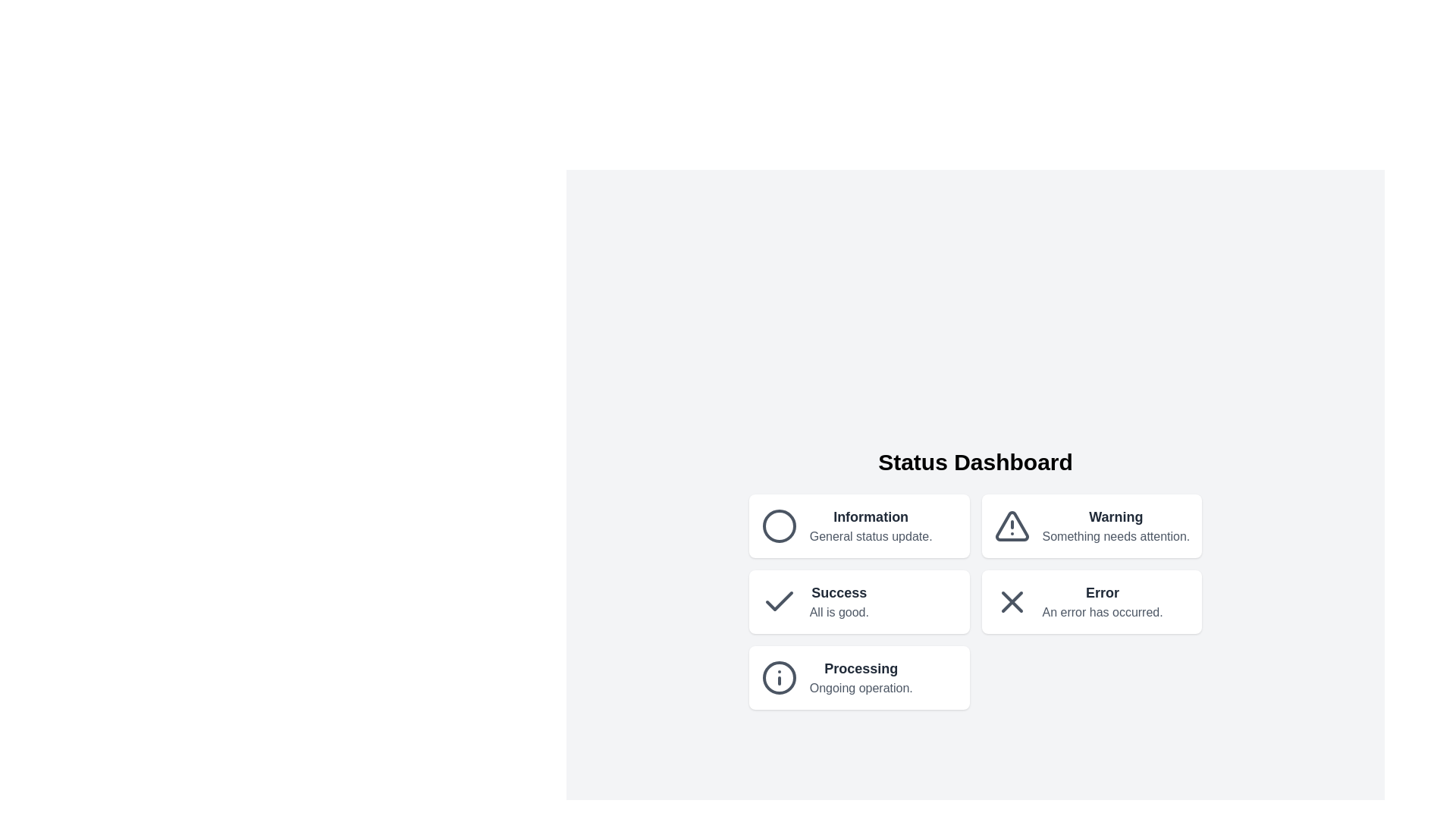  Describe the element at coordinates (975, 461) in the screenshot. I see `the 'Status Dashboard' text label which serves as the section title and is centrally positioned above the grid layout of status items` at that location.